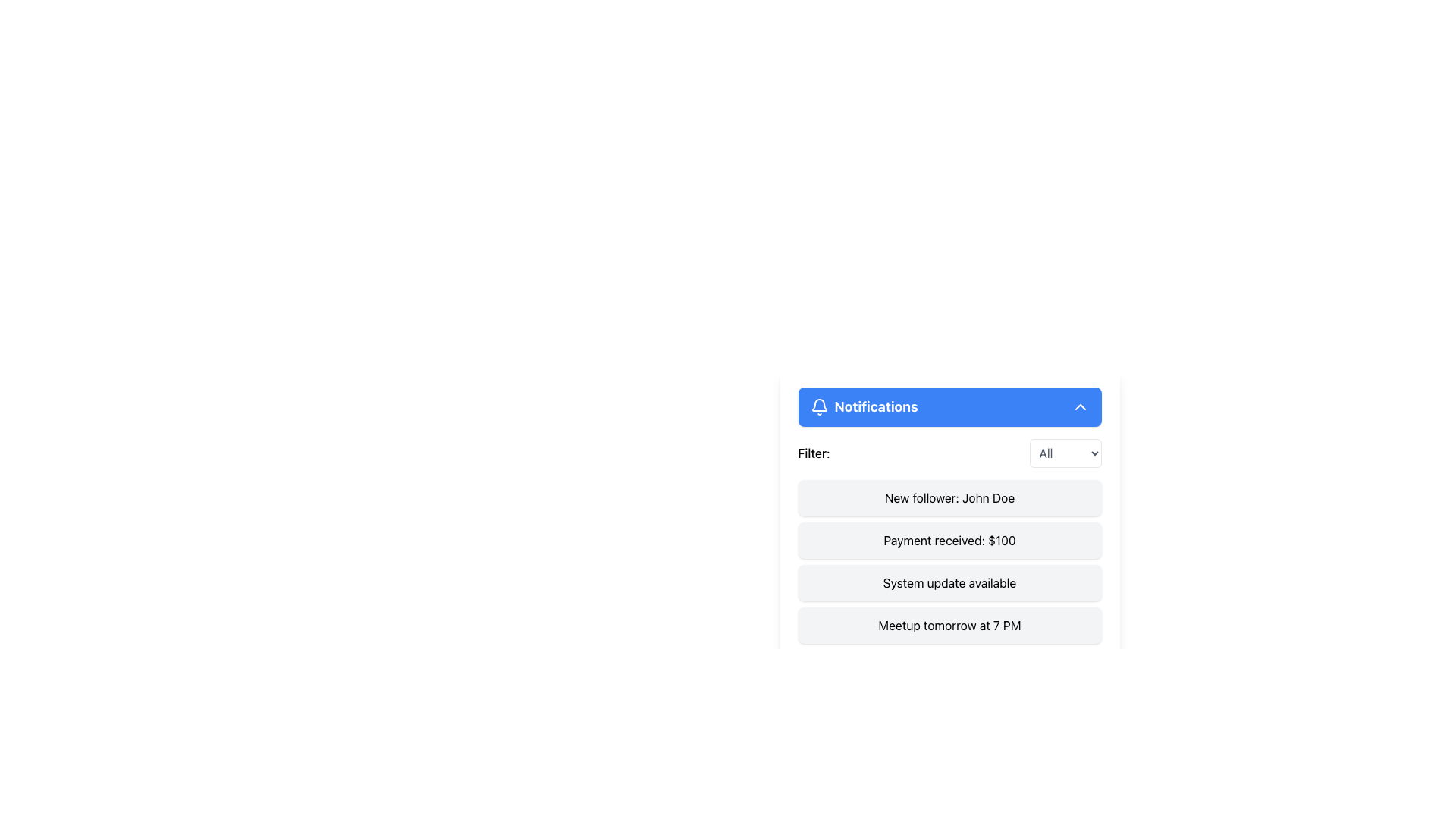 Image resolution: width=1456 pixels, height=819 pixels. I want to click on the notification entry informing the user about a new follower (John Doe) located in the centered notification panel, which is the first notification item in the list, so click(949, 514).